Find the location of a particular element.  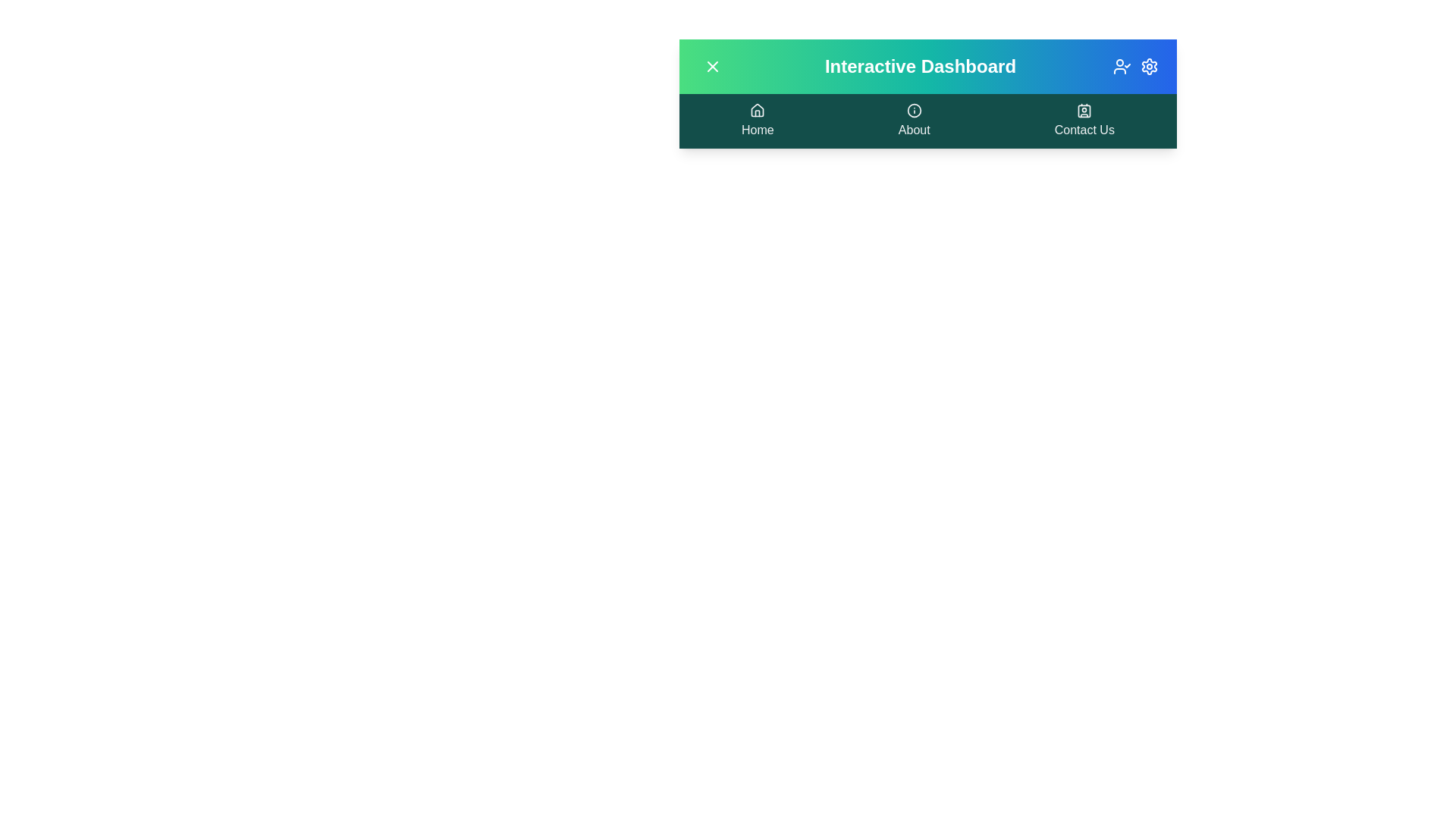

the 'About' menu item in the navigation bar is located at coordinates (913, 120).